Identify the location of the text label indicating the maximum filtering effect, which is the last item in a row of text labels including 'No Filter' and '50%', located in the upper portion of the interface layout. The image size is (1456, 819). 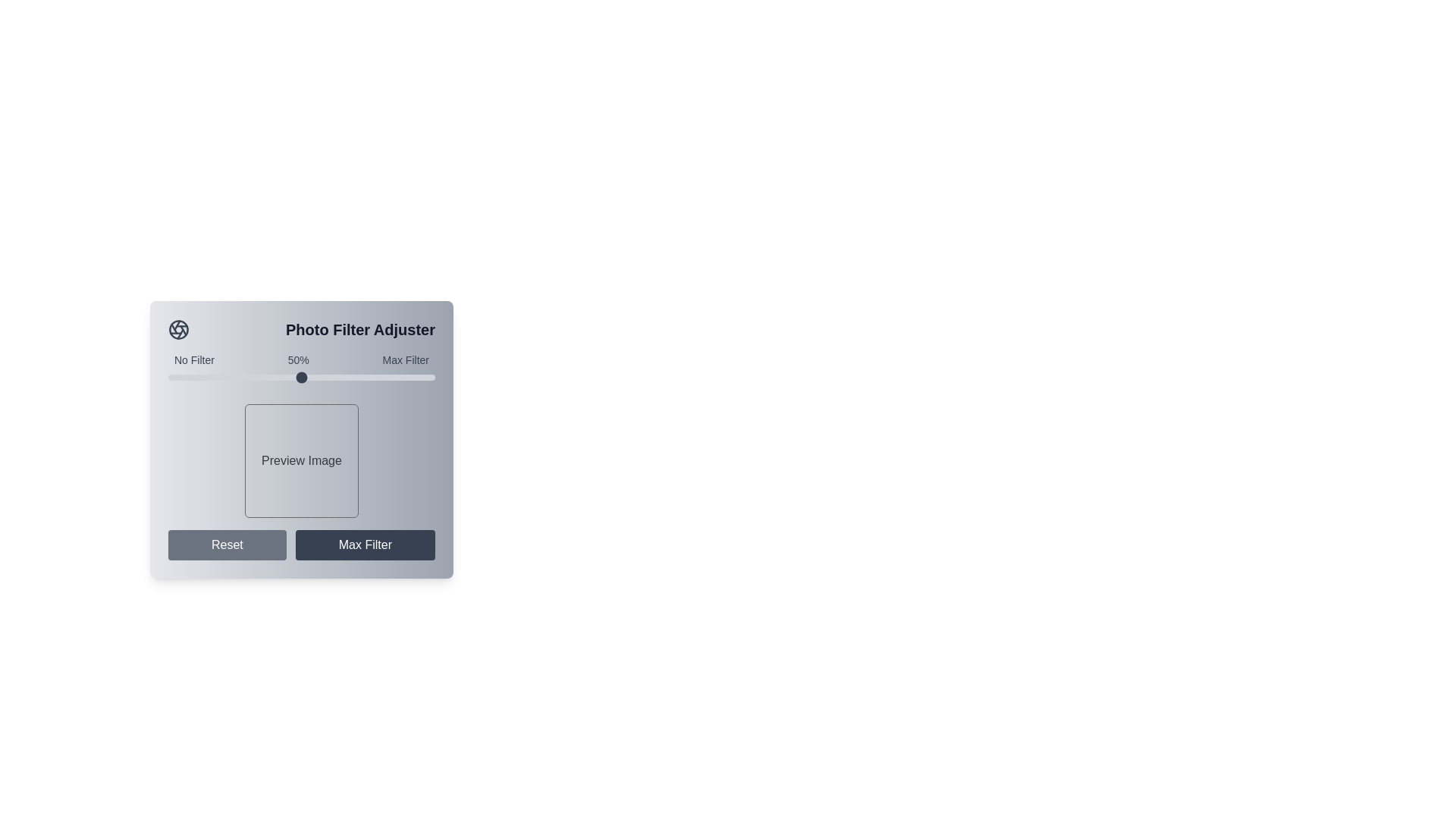
(406, 359).